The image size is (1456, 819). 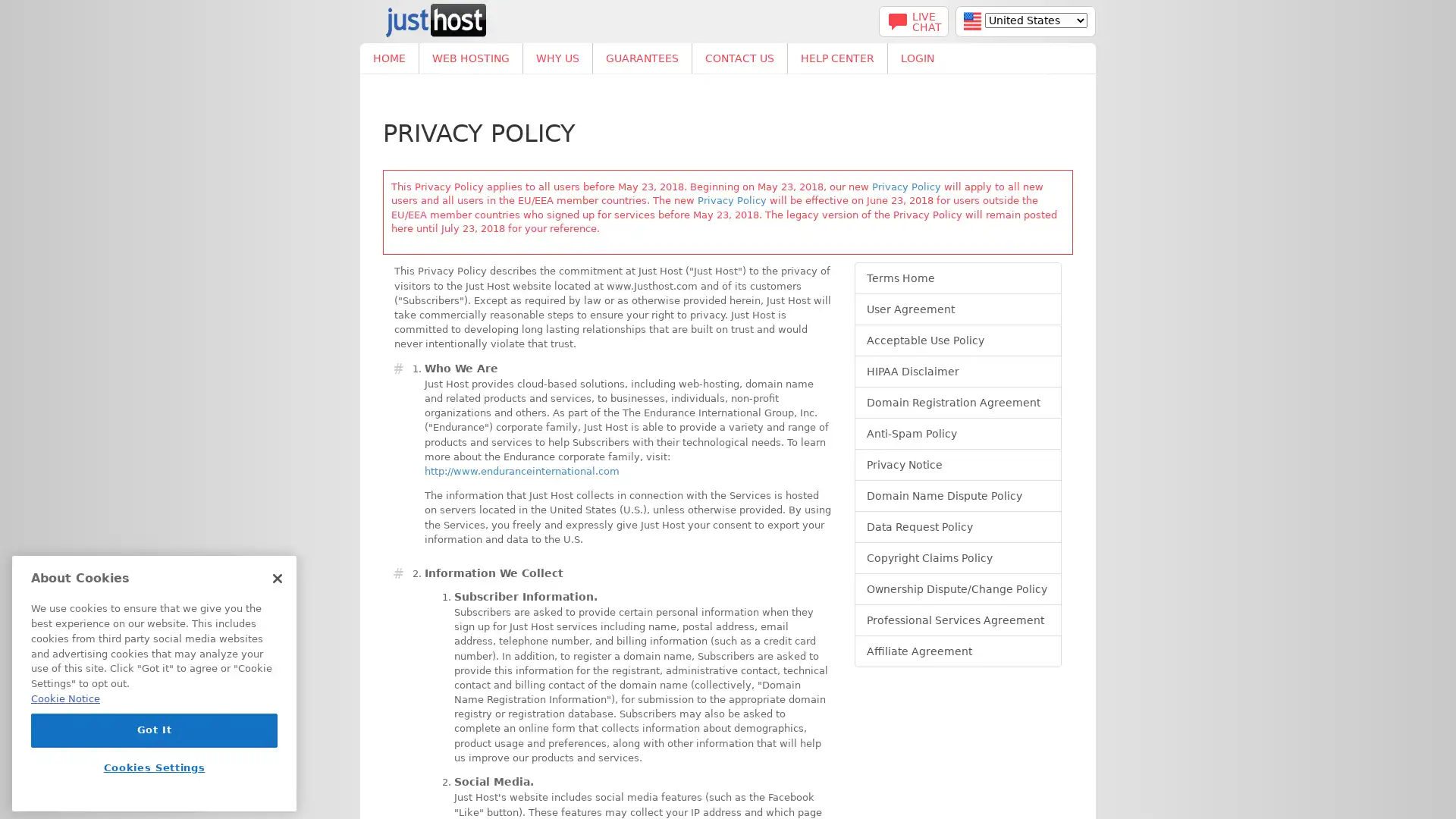 What do you see at coordinates (154, 767) in the screenshot?
I see `Cookies Settings` at bounding box center [154, 767].